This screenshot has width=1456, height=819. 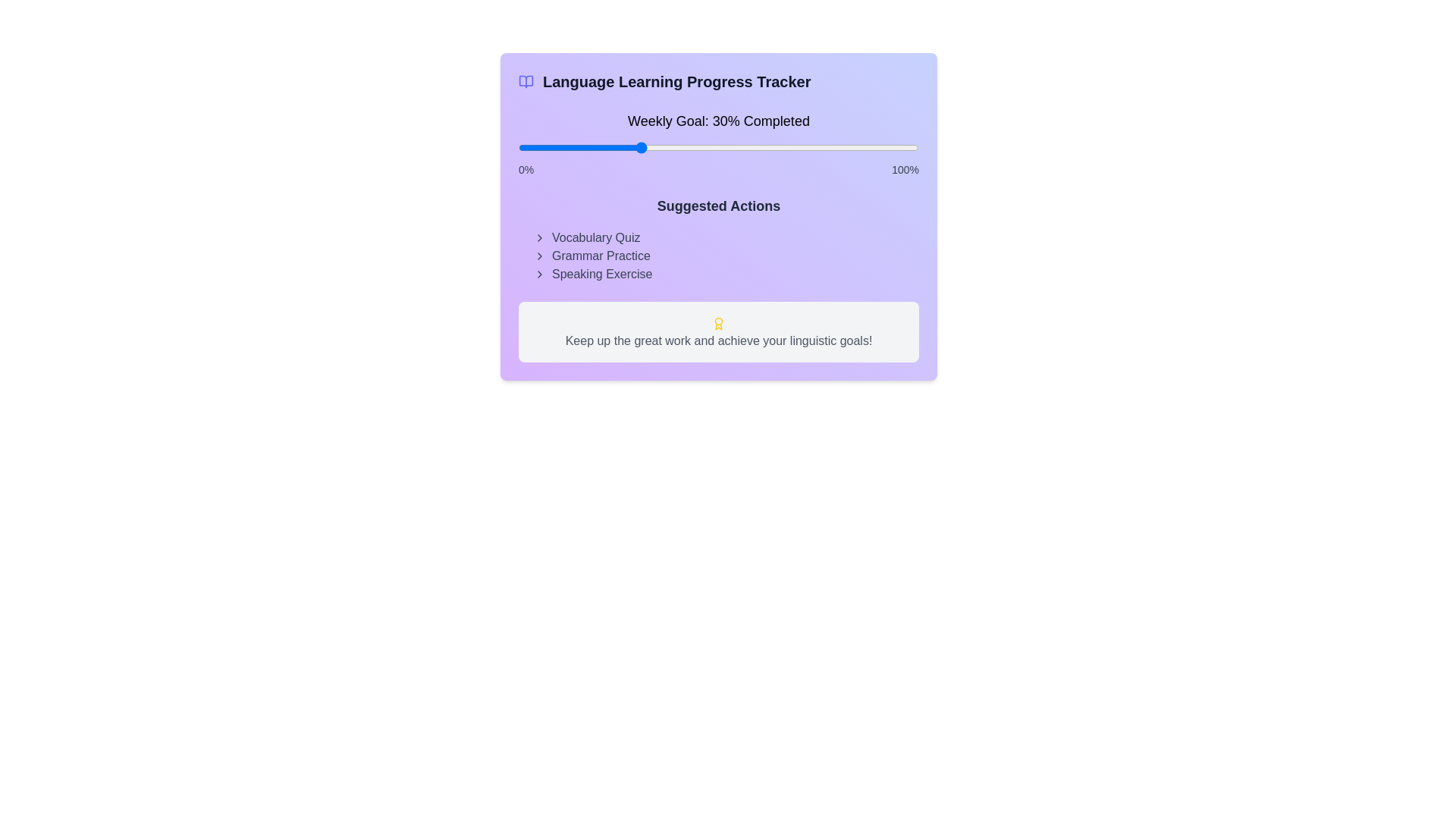 What do you see at coordinates (546, 148) in the screenshot?
I see `the progress slider to set the weekly goal completion percentage to 7` at bounding box center [546, 148].